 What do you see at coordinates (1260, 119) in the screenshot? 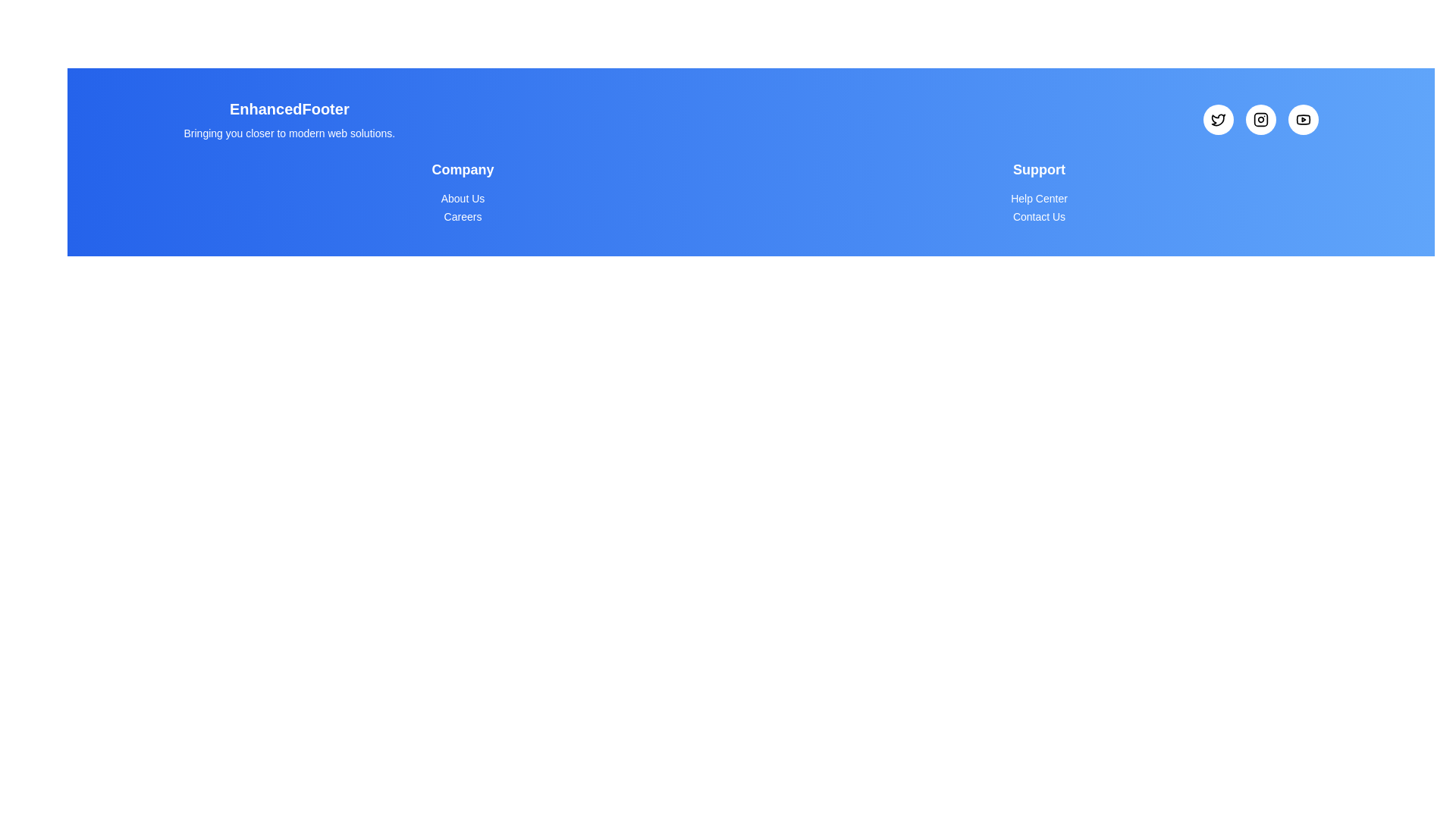
I see `the circular button in the footer section that links to the Instagram page` at bounding box center [1260, 119].